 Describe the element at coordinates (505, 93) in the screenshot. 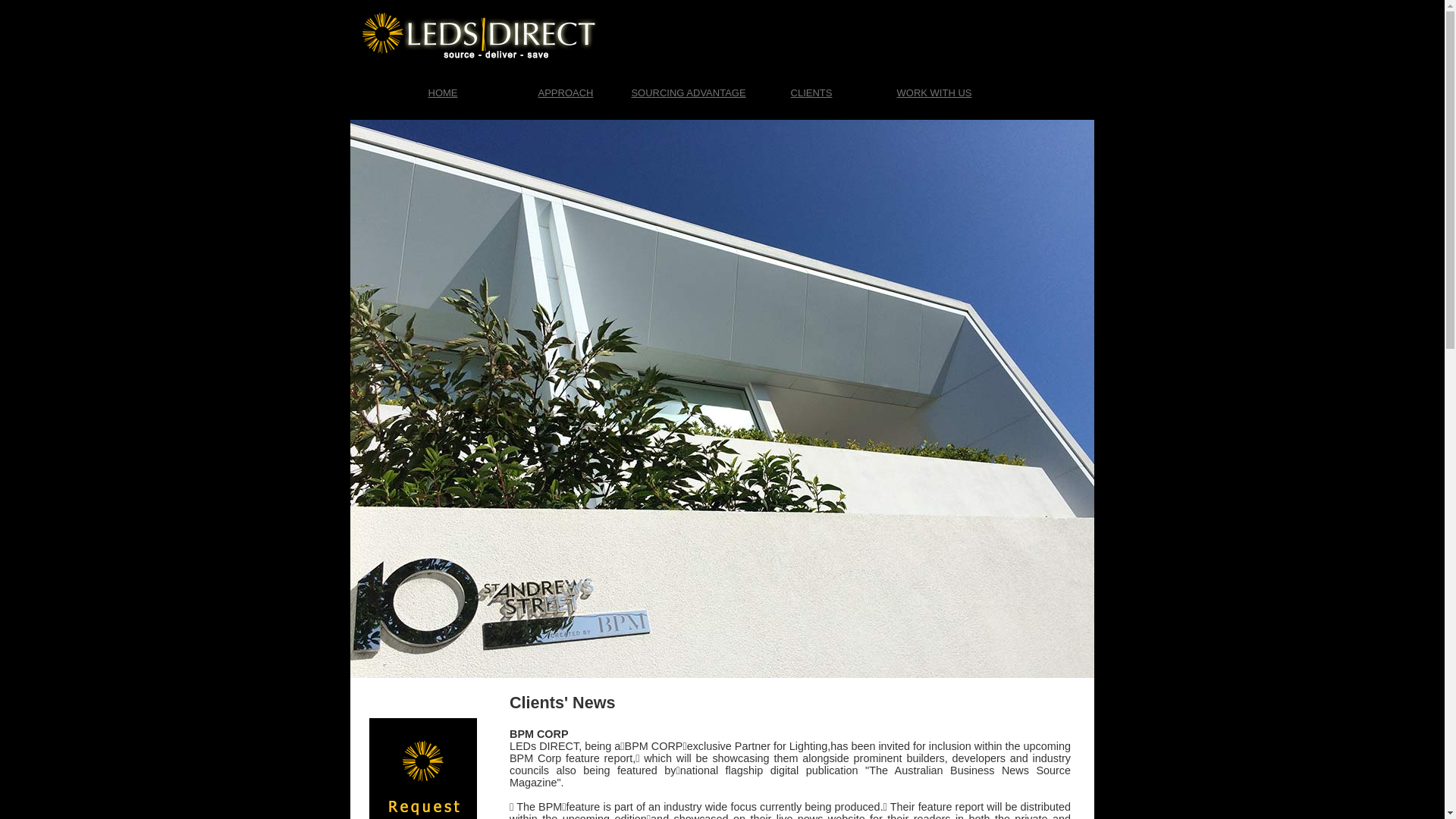

I see `'APPROACH'` at that location.